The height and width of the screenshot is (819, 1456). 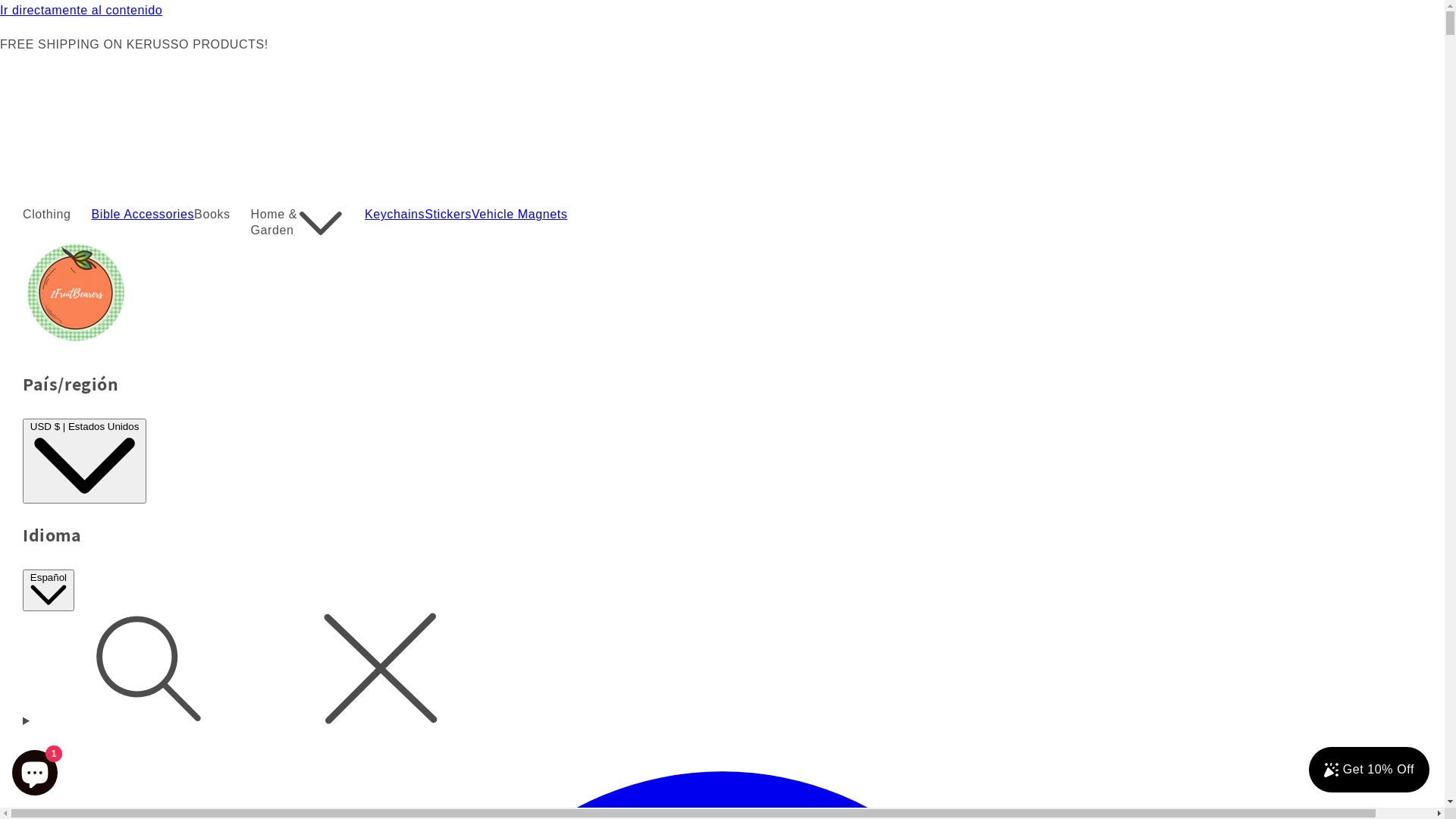 I want to click on 'Ir directamente al contenido', so click(x=721, y=11).